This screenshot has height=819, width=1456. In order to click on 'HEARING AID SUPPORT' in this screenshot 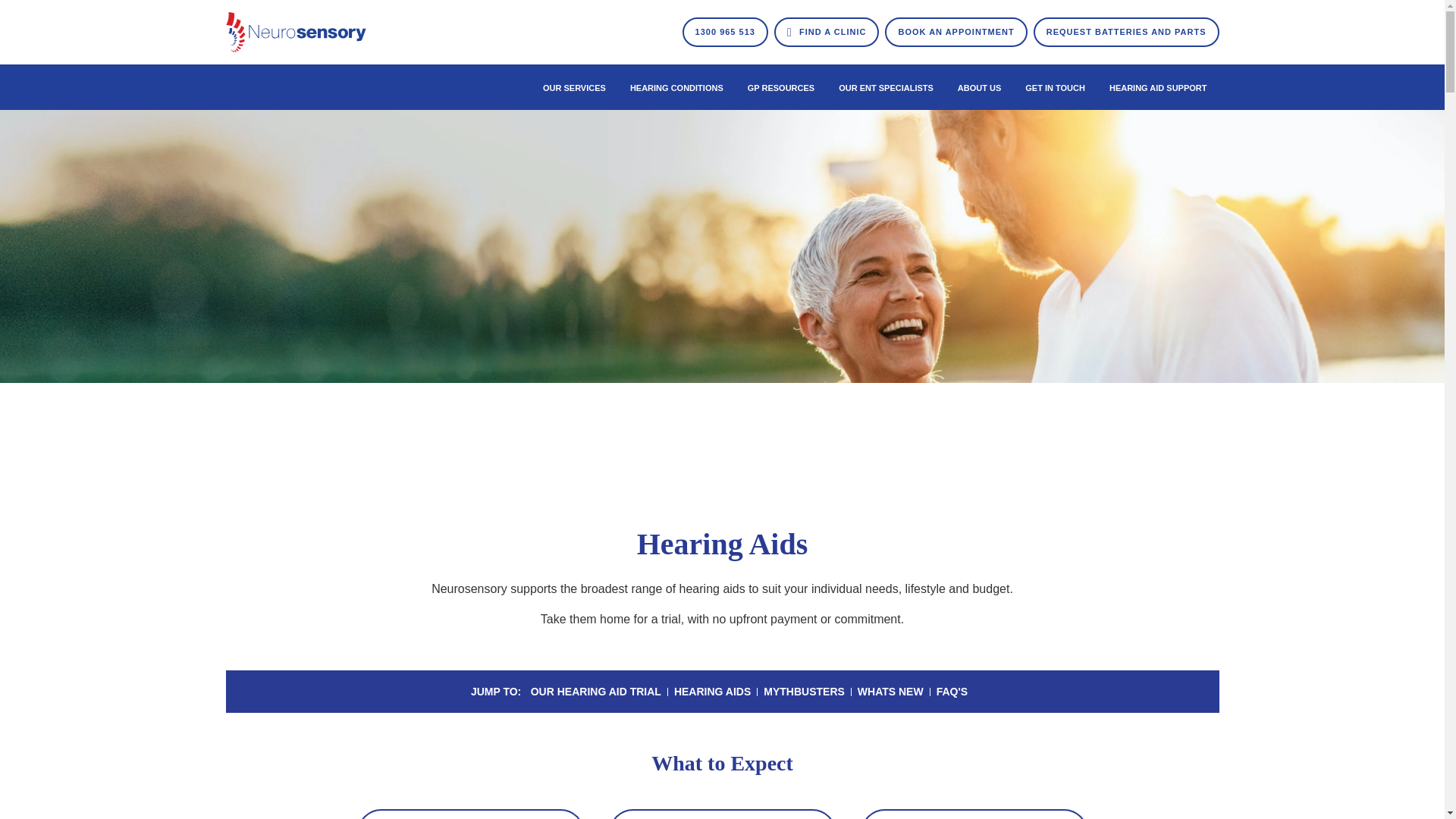, I will do `click(1157, 87)`.